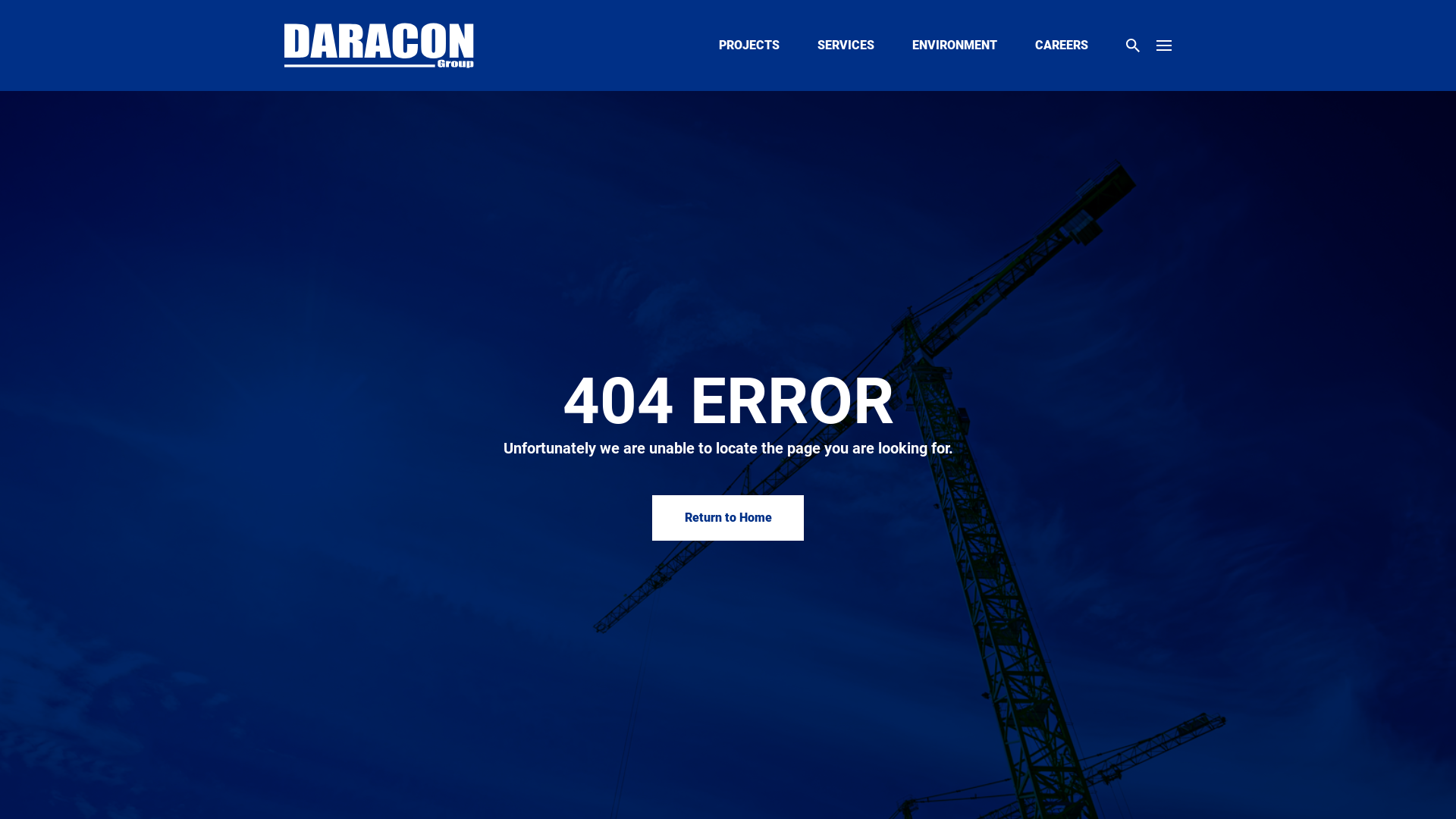  I want to click on 'SERVICES', so click(845, 44).